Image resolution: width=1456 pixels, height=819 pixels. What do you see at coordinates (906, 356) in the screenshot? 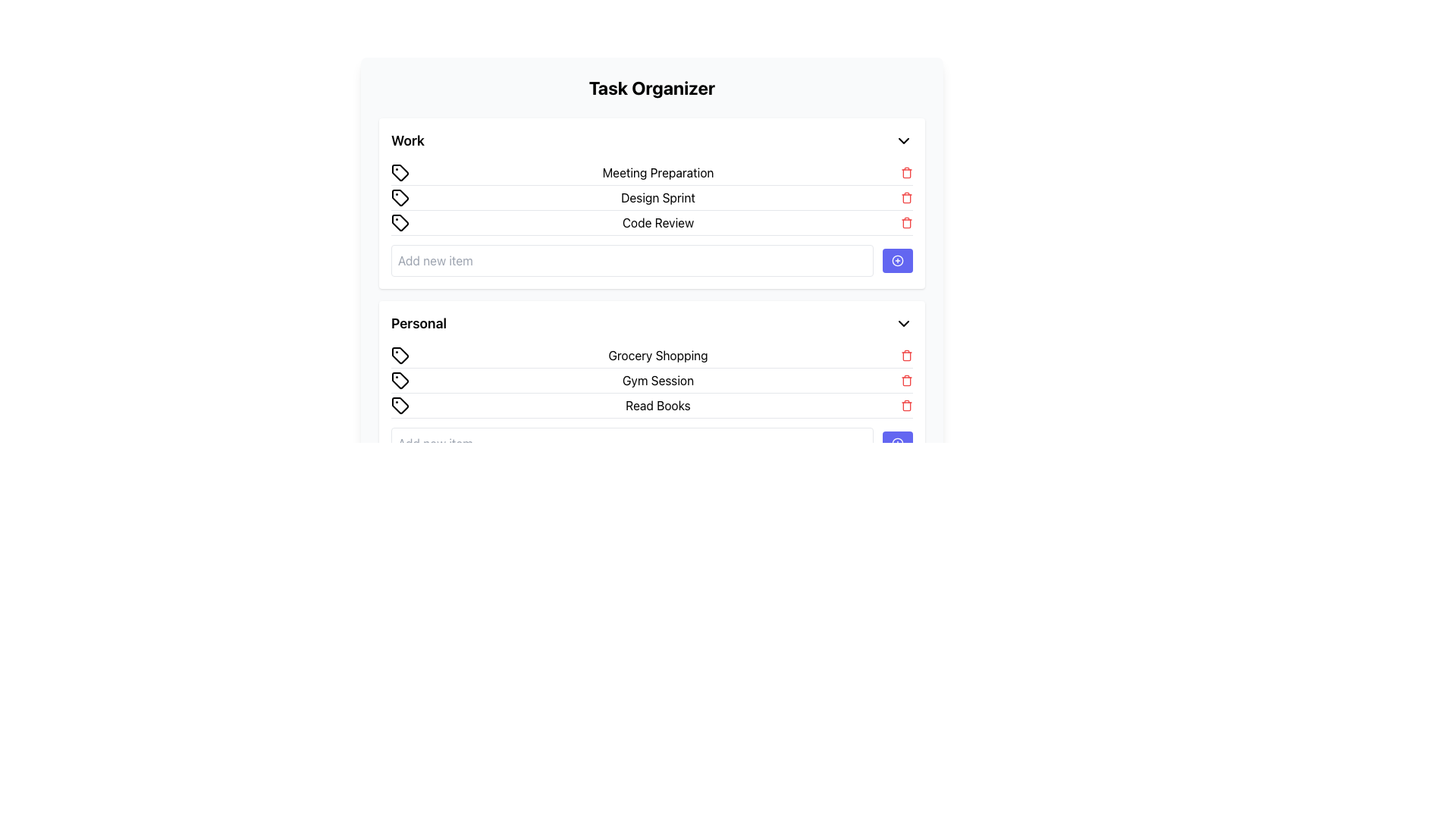
I see `the small red trash icon aligned to the right of the 'Grocery Shopping' task entry in the 'Personal' section` at bounding box center [906, 356].